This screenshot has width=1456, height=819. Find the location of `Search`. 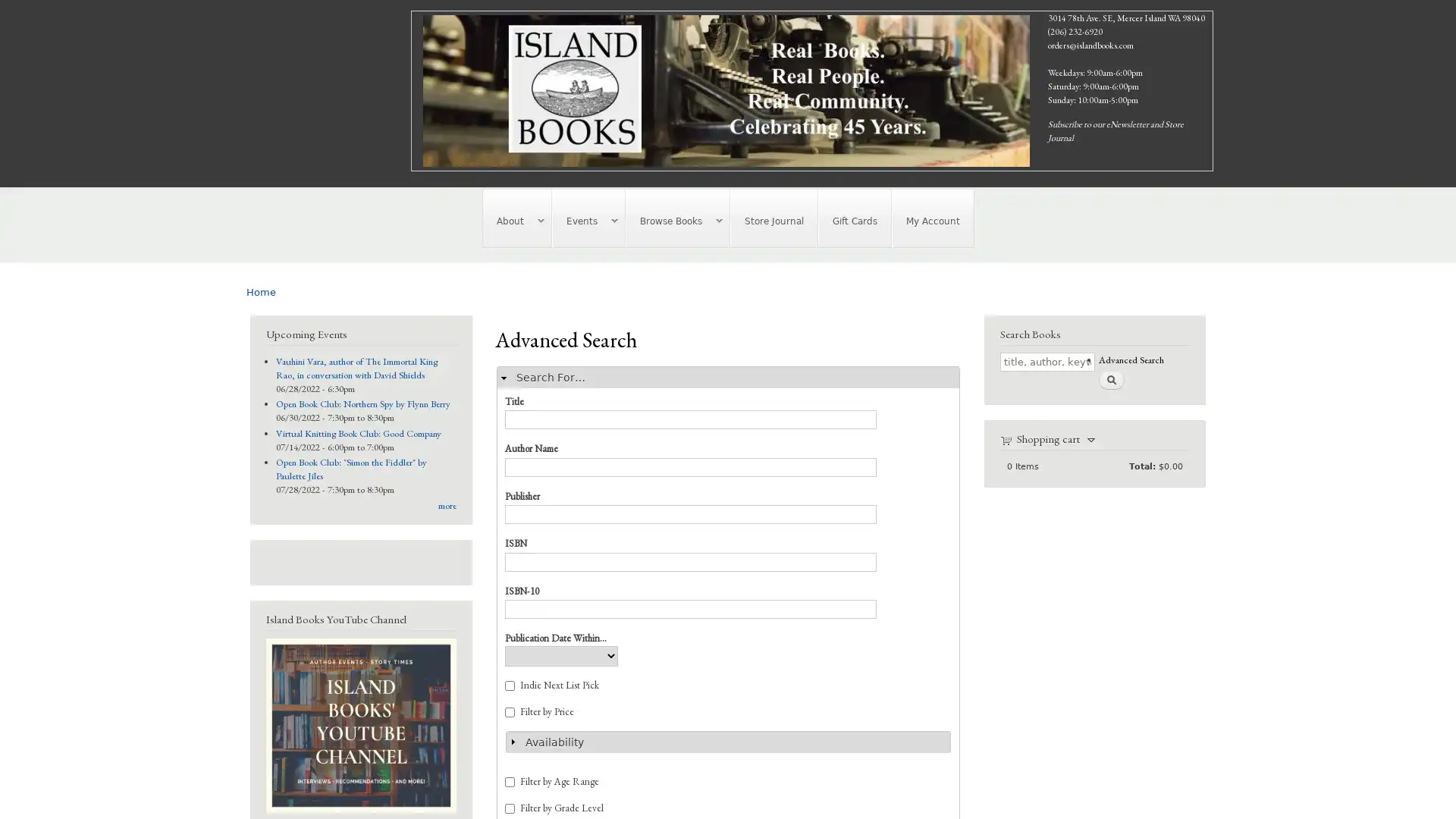

Search is located at coordinates (1110, 378).